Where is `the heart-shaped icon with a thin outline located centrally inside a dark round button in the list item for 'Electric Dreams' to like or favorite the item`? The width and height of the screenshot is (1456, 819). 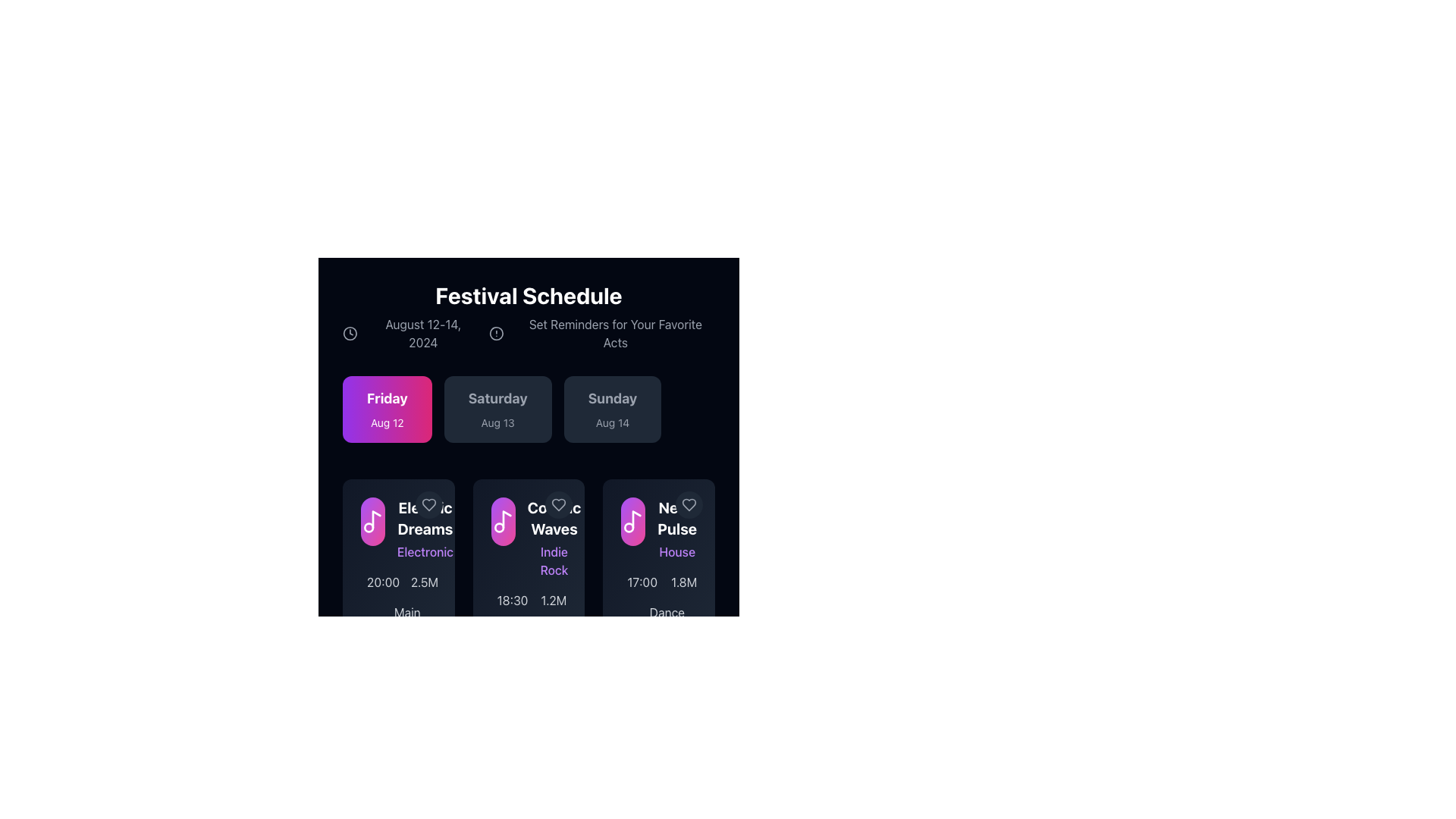 the heart-shaped icon with a thin outline located centrally inside a dark round button in the list item for 'Electric Dreams' to like or favorite the item is located at coordinates (428, 505).